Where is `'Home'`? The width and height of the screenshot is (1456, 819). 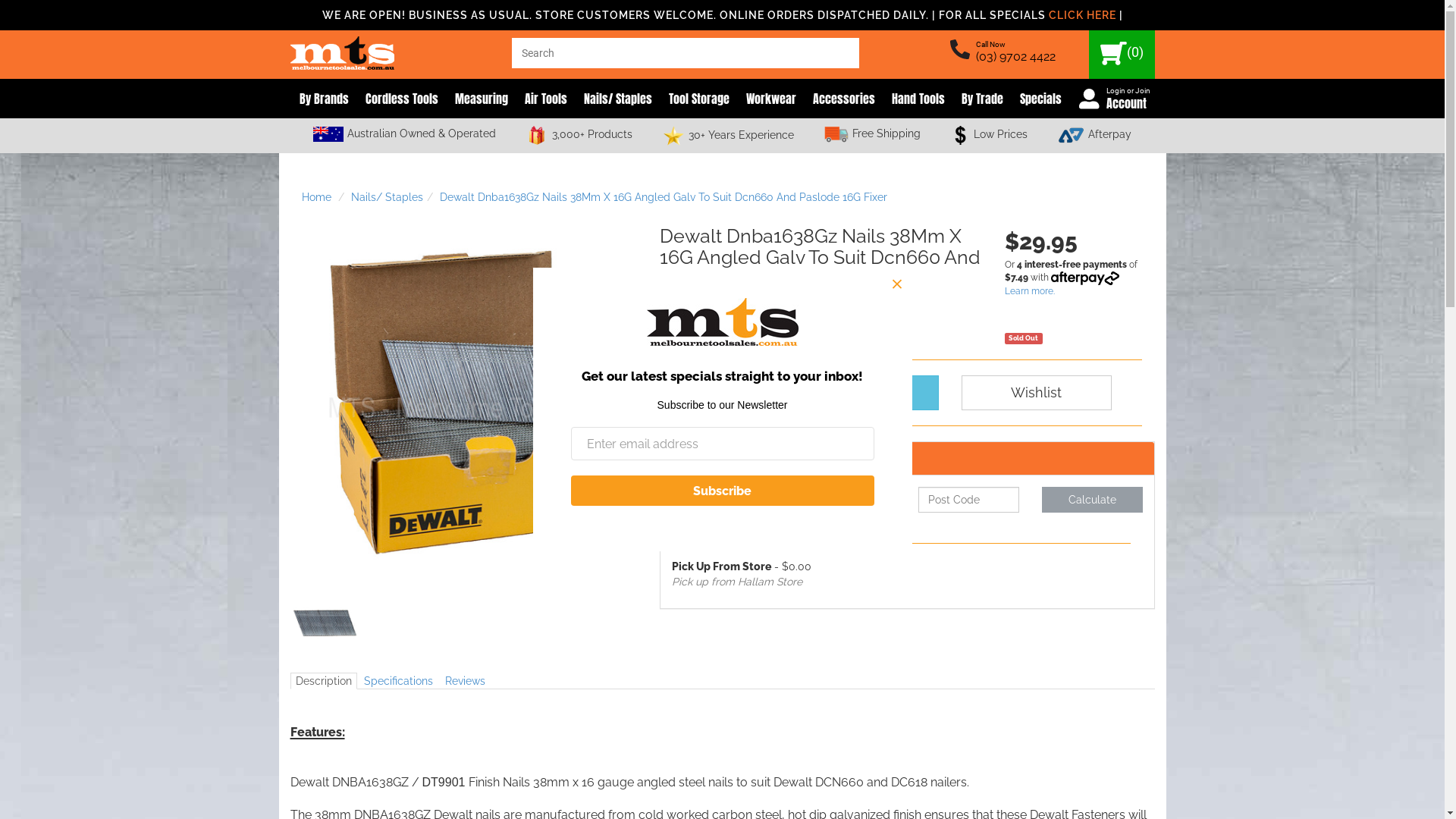 'Home' is located at coordinates (315, 196).